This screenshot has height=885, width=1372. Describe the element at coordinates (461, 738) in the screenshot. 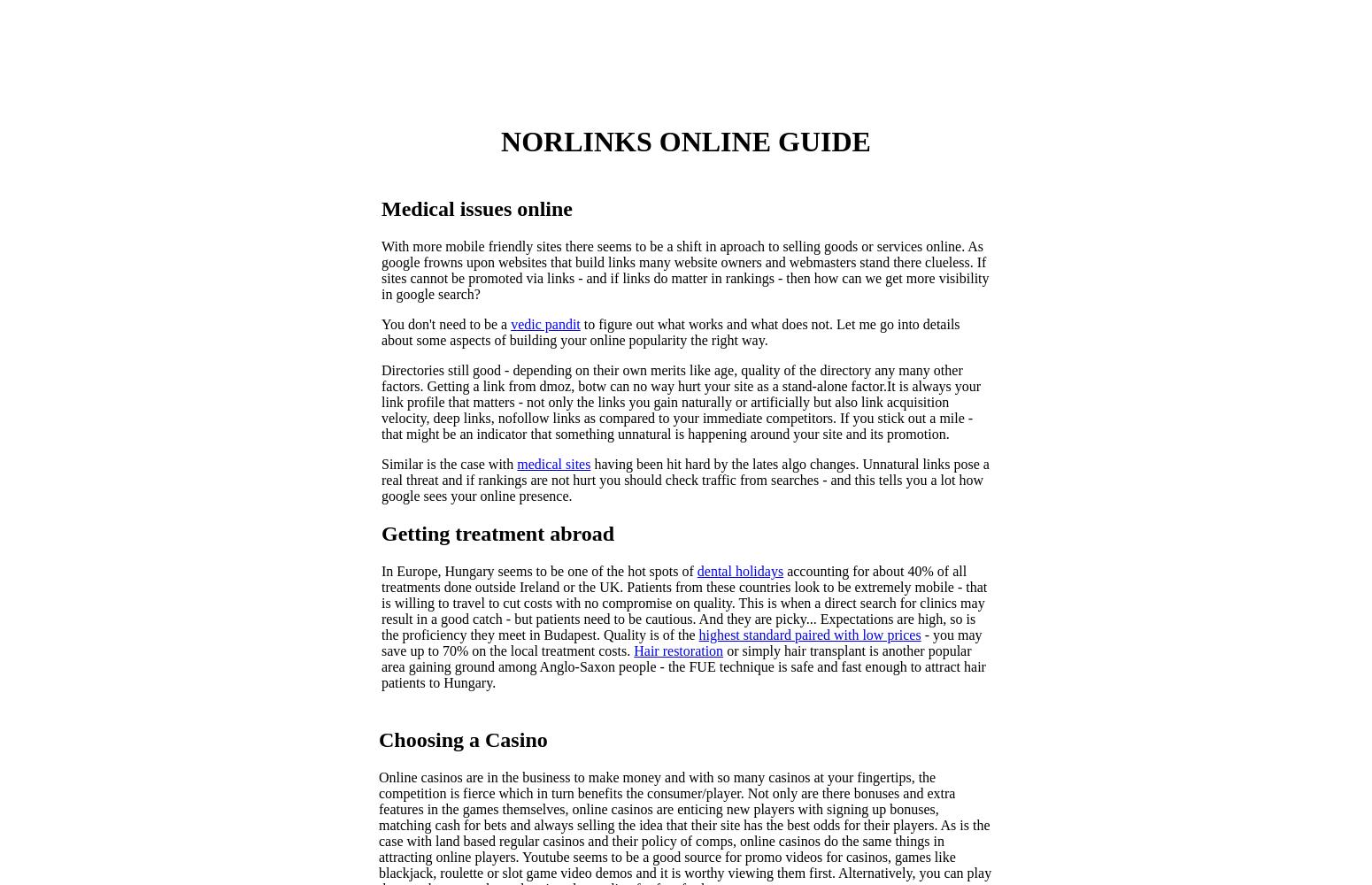

I see `'Choosing a Casino'` at that location.